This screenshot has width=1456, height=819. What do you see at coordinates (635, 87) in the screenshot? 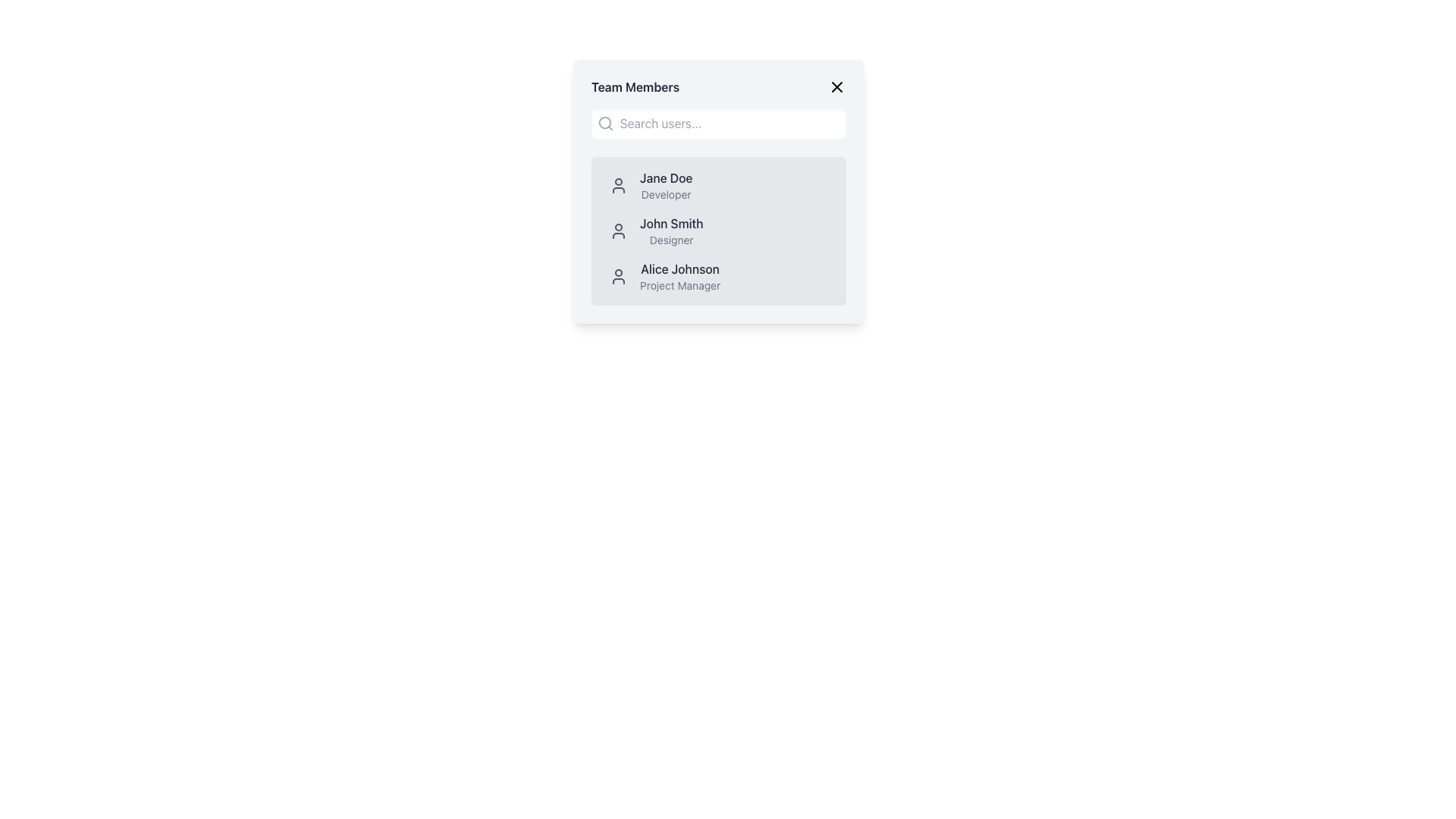
I see `text label displaying 'Team Members' located at the top-left section of the card layout` at bounding box center [635, 87].